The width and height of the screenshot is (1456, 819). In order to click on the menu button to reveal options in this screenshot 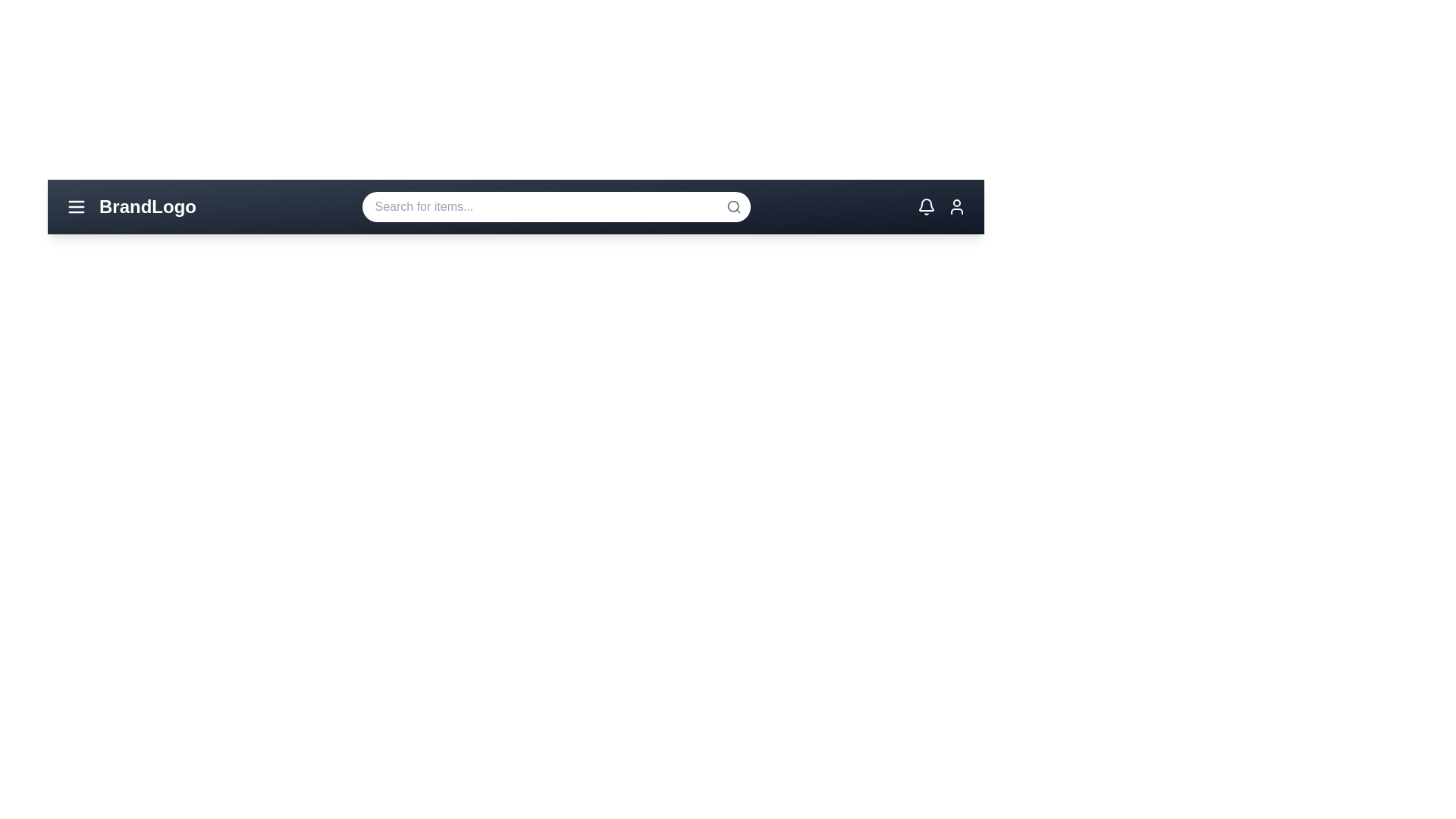, I will do `click(75, 207)`.